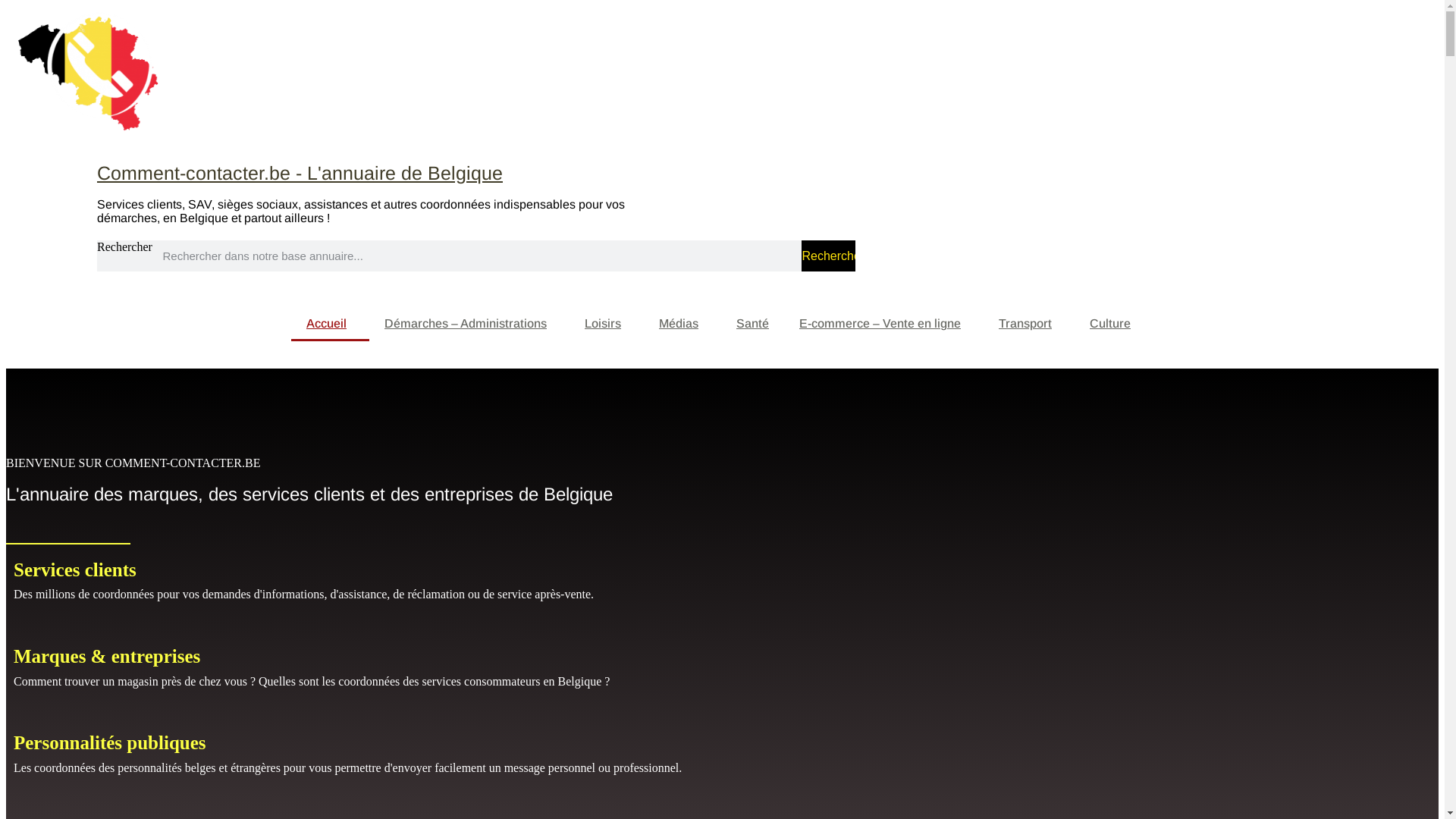 This screenshot has width=1456, height=819. What do you see at coordinates (329, 323) in the screenshot?
I see `'Accueil'` at bounding box center [329, 323].